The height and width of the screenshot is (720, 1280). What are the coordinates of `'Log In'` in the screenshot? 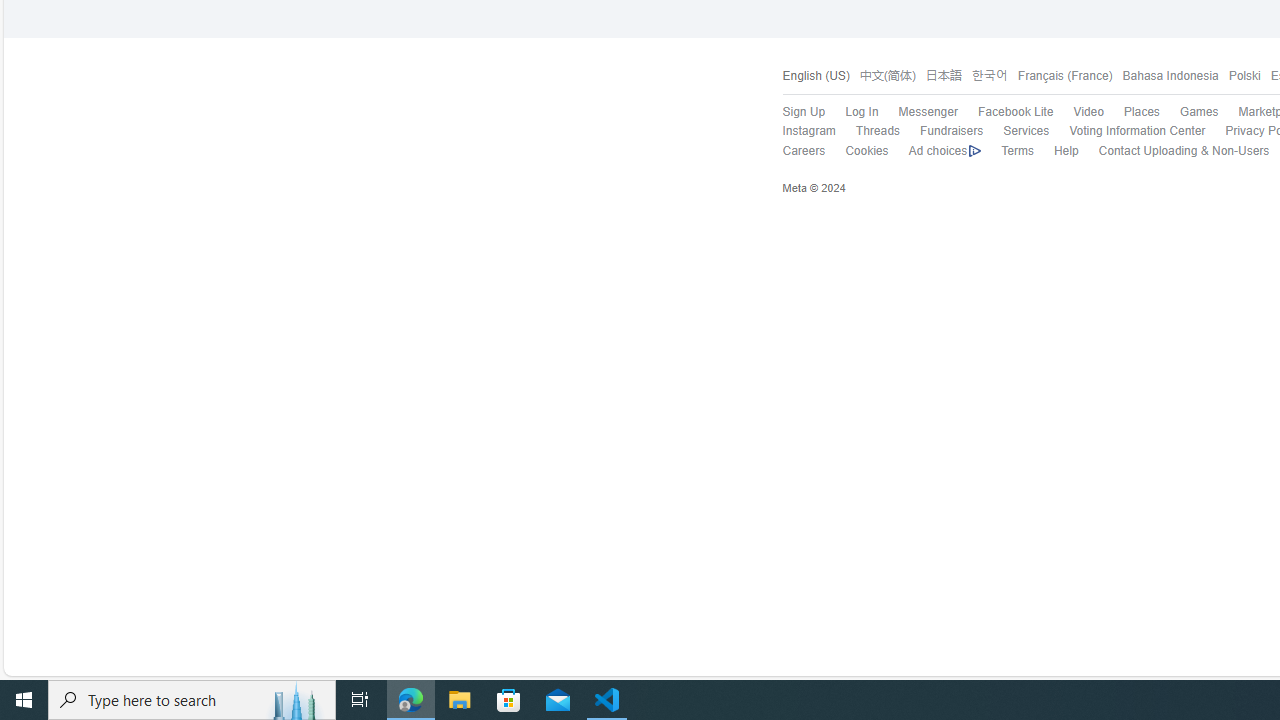 It's located at (862, 112).